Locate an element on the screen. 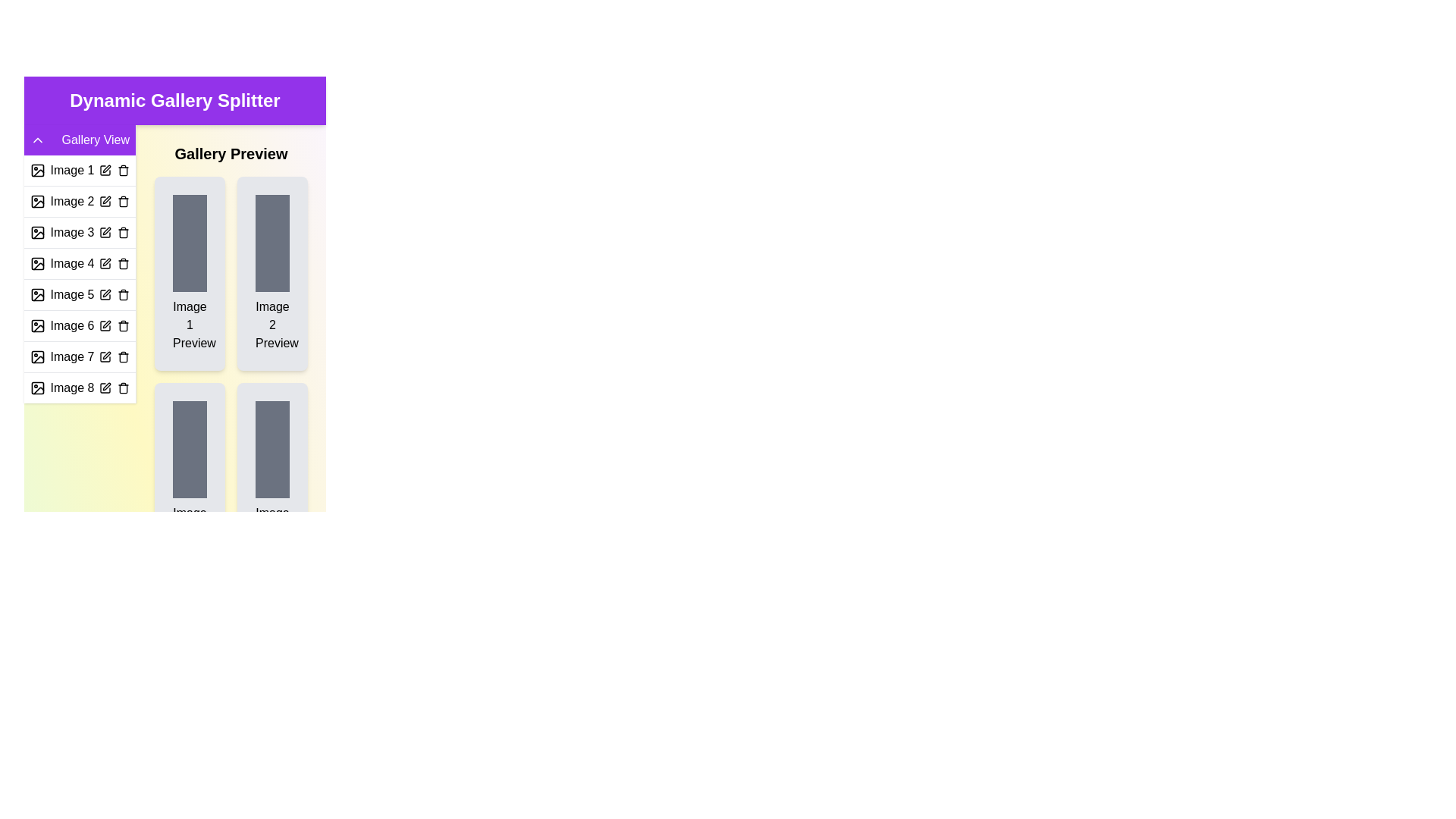  the pencil icon in the icon button group located next to the label 'Image 2' is located at coordinates (113, 201).